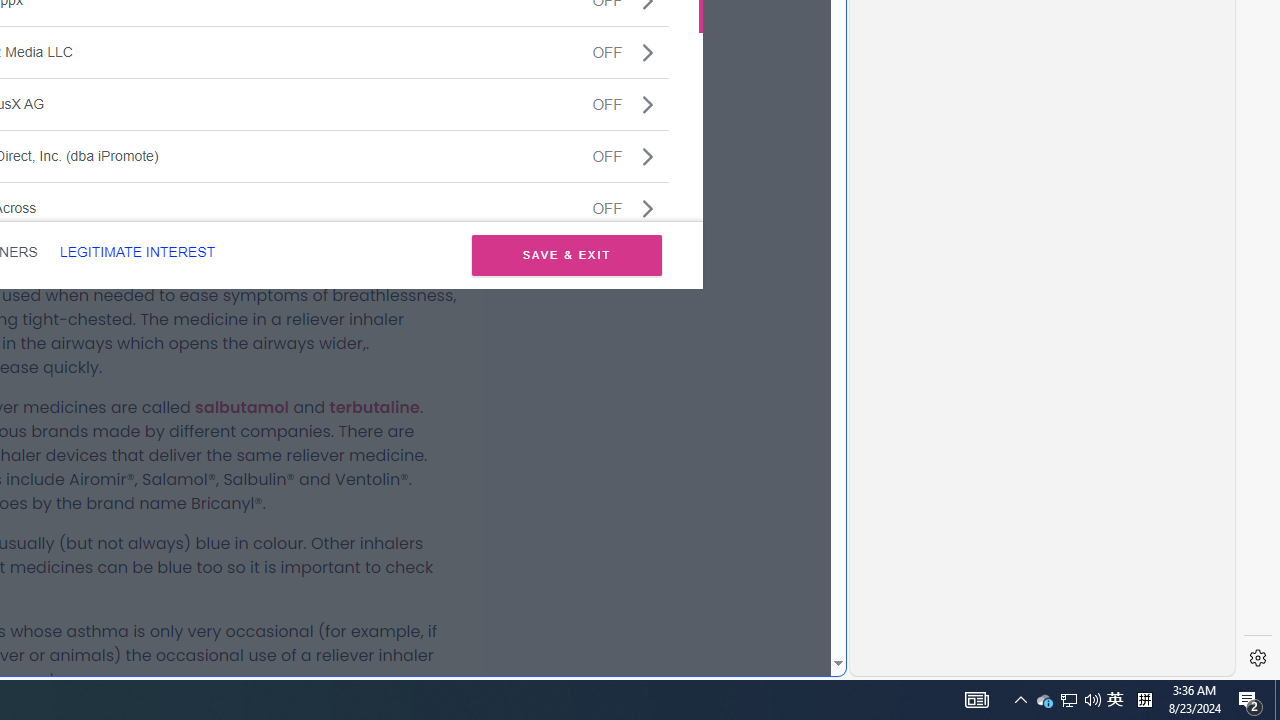 This screenshot has width=1280, height=720. Describe the element at coordinates (566, 254) in the screenshot. I see `'SAVE & EXIT'` at that location.